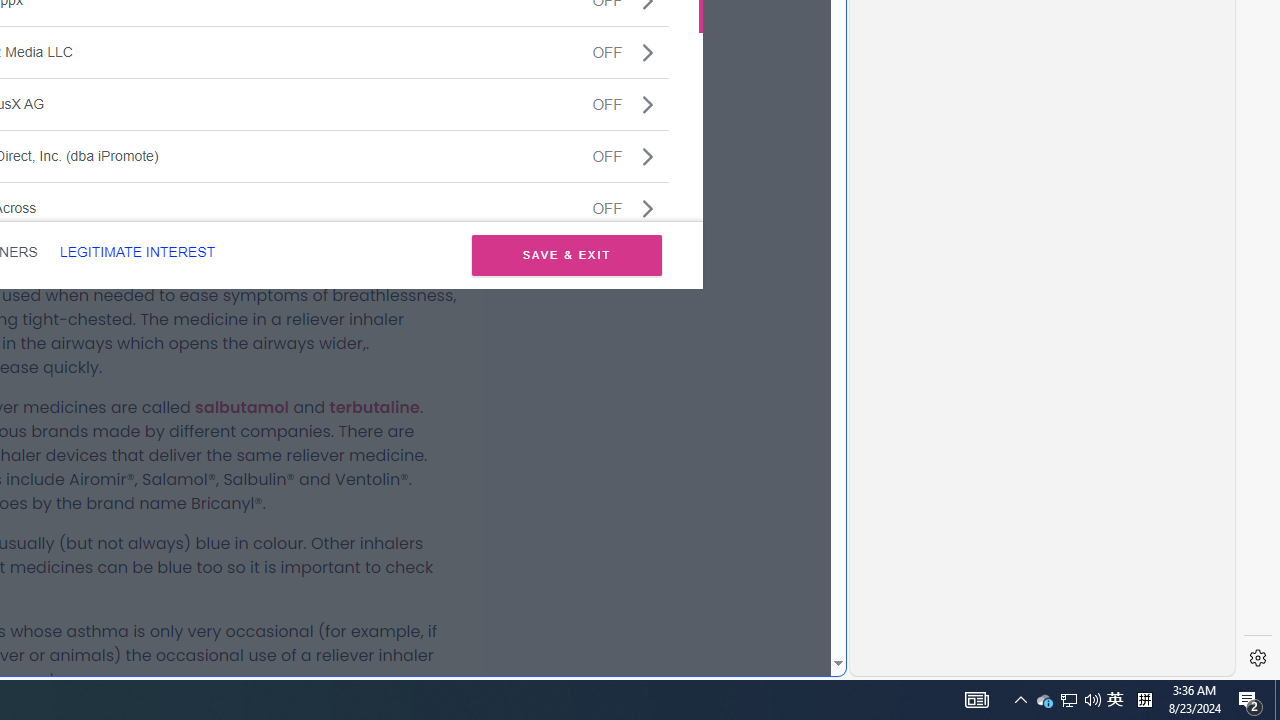 This screenshot has width=1280, height=720. Describe the element at coordinates (566, 254) in the screenshot. I see `'SAVE & EXIT'` at that location.